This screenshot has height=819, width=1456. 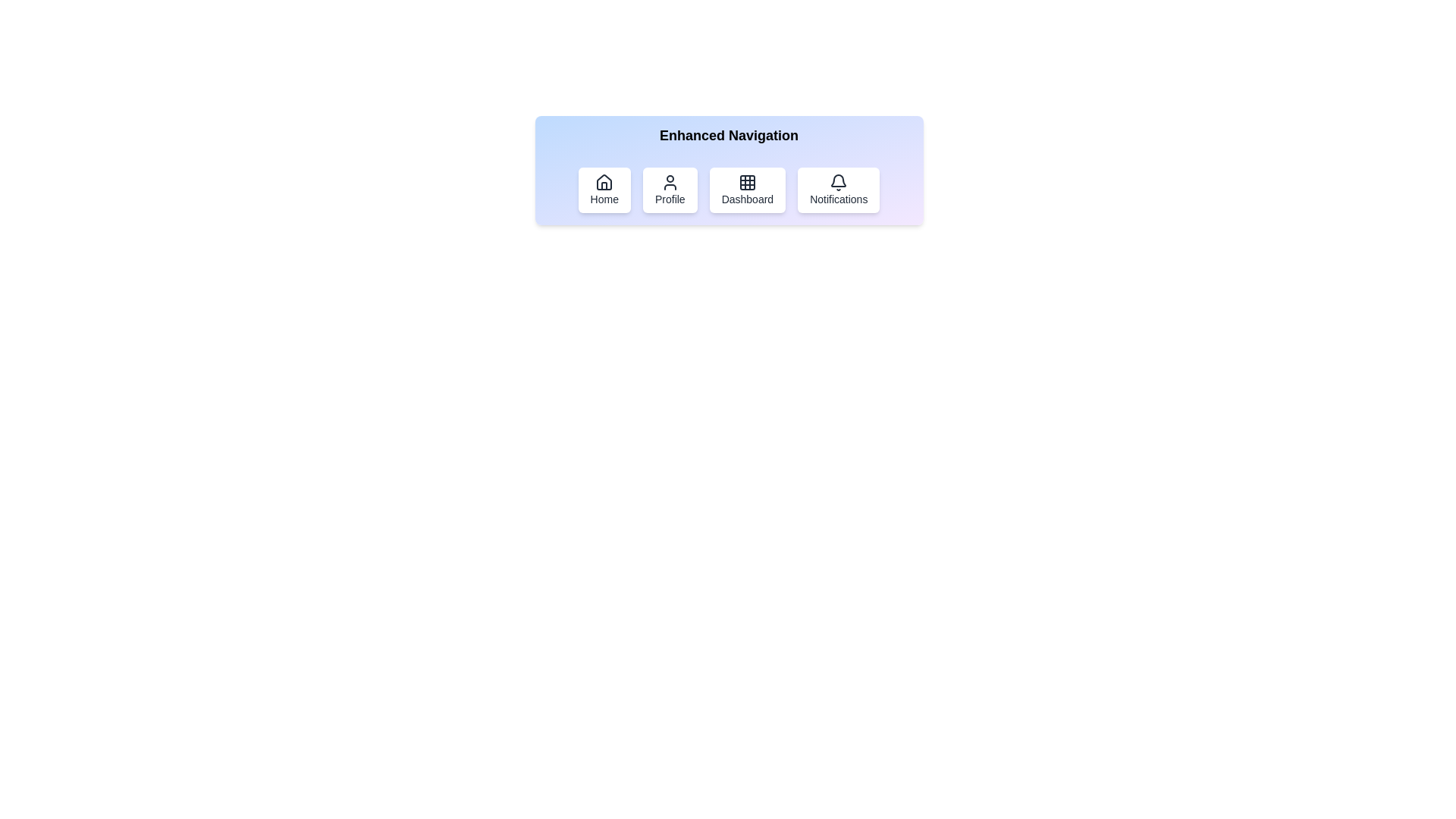 What do you see at coordinates (669, 198) in the screenshot?
I see `the 'Profile' button in the navigation bar` at bounding box center [669, 198].